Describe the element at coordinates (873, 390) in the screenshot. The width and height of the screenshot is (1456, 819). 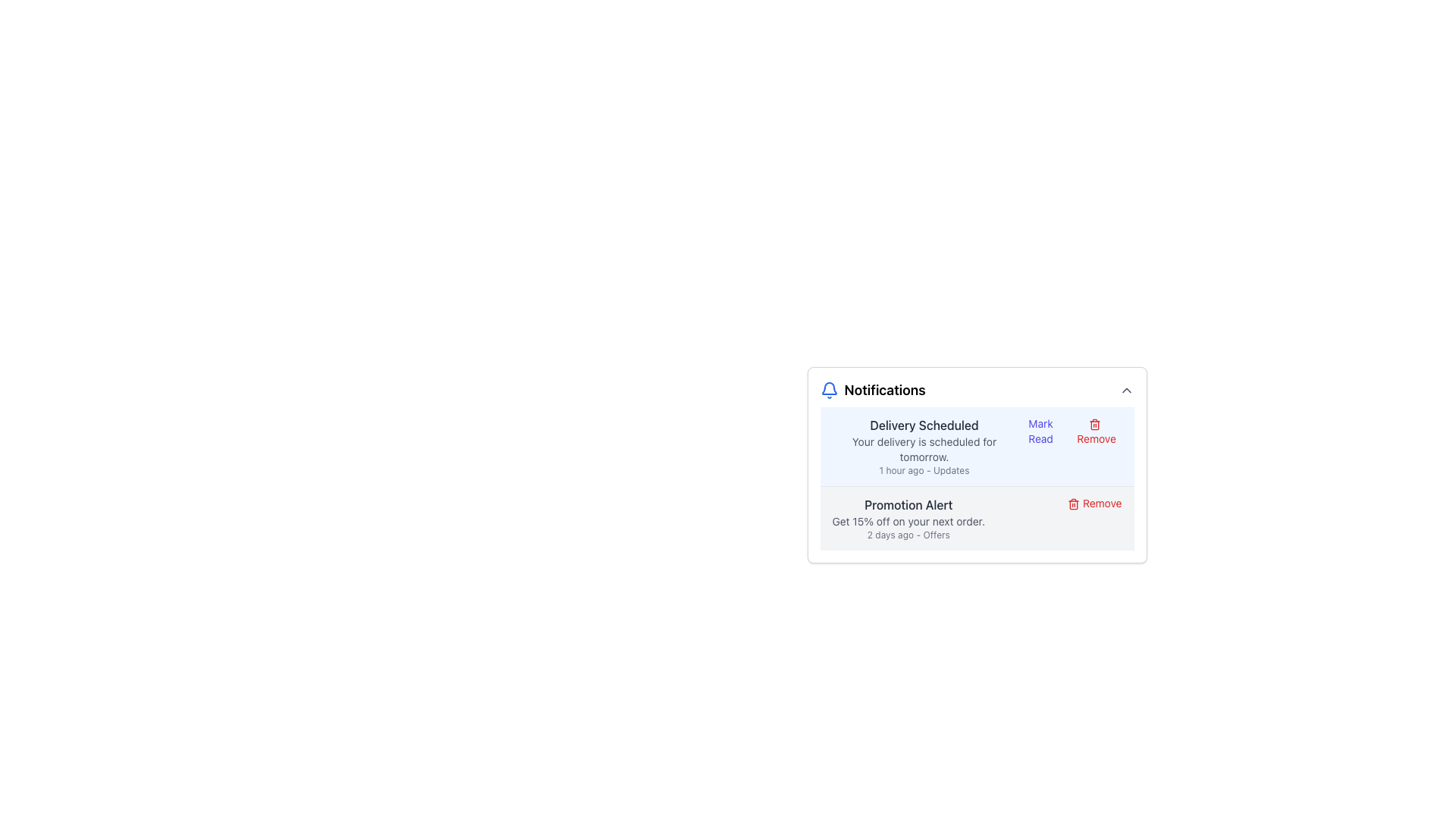
I see `the Header with Icon and Text Label that indicates the notifications section, which includes a bell icon and the text 'Notifications'` at that location.